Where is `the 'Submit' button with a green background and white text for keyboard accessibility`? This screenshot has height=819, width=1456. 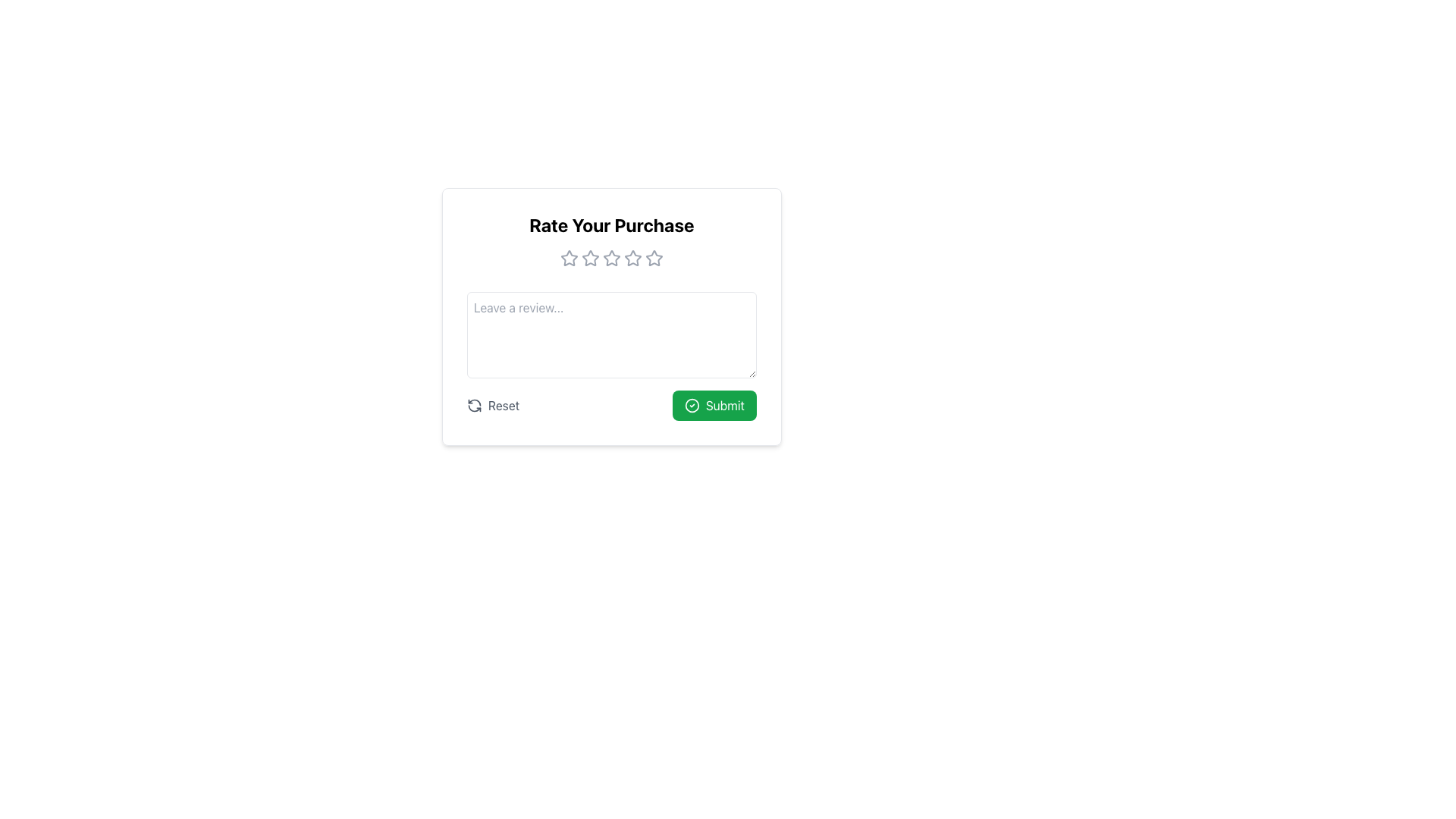 the 'Submit' button with a green background and white text for keyboard accessibility is located at coordinates (714, 405).